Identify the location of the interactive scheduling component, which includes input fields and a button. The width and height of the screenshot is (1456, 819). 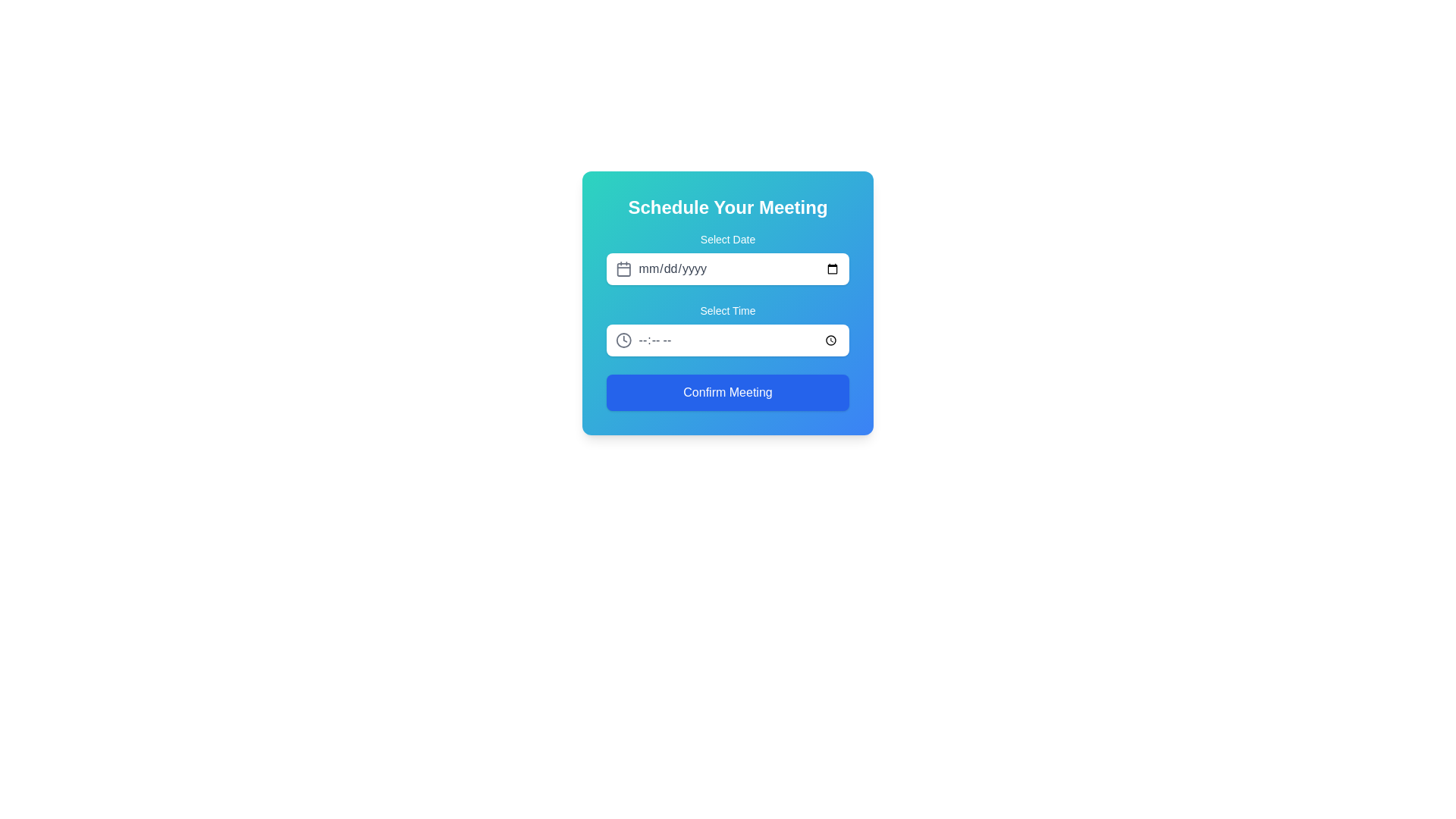
(728, 321).